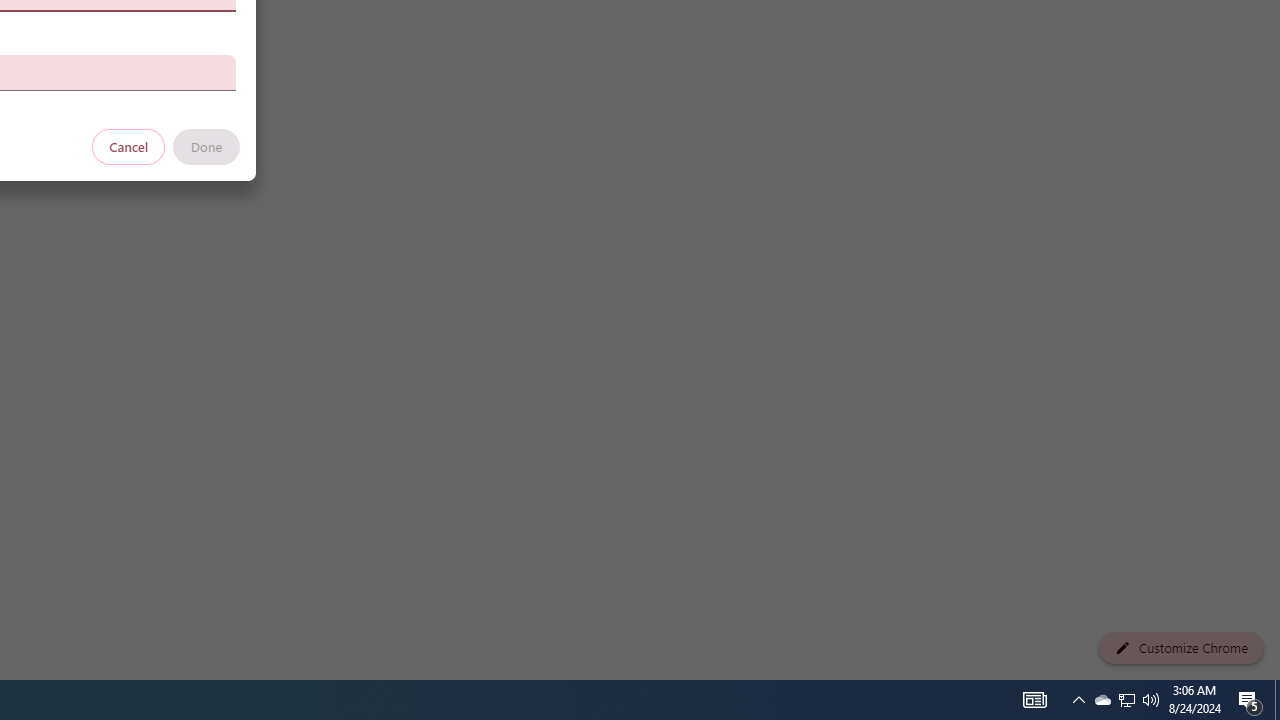 The height and width of the screenshot is (720, 1280). What do you see at coordinates (206, 145) in the screenshot?
I see `'Done'` at bounding box center [206, 145].